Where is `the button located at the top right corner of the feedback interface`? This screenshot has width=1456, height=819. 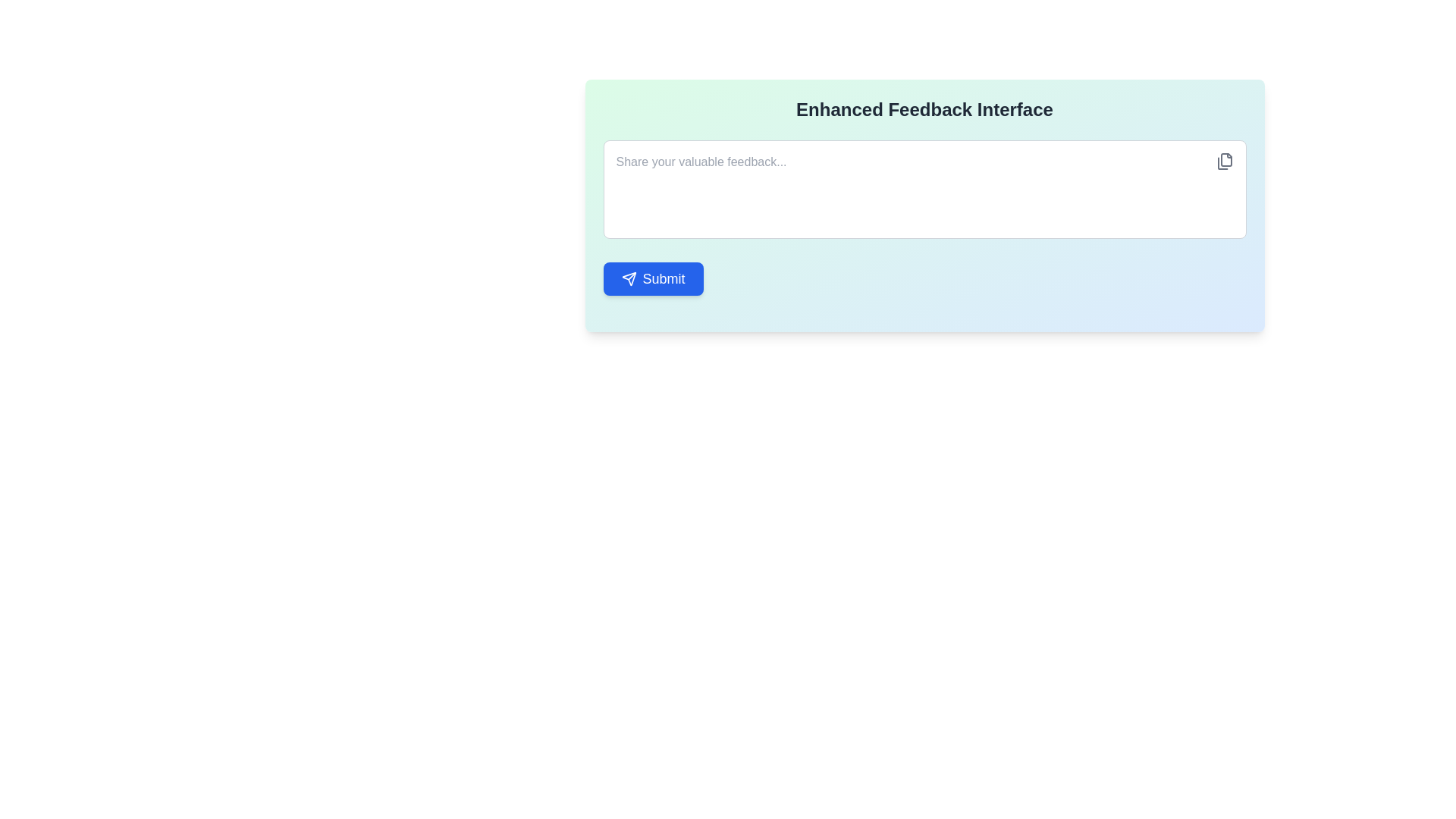 the button located at the top right corner of the feedback interface is located at coordinates (1225, 161).